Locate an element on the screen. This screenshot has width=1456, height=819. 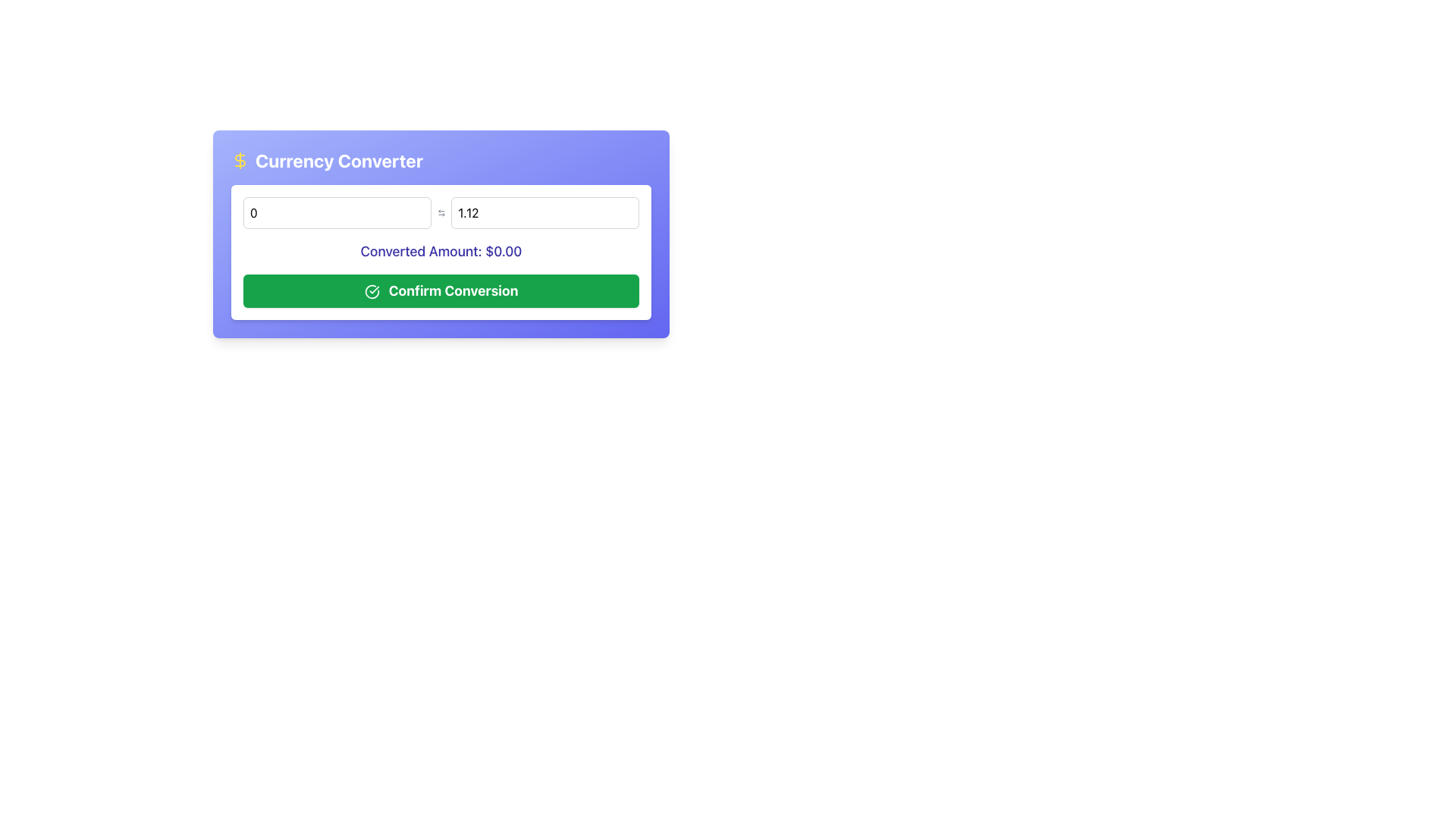
the minimalistic gray left-right arrow icon positioned between two input fields is located at coordinates (440, 213).